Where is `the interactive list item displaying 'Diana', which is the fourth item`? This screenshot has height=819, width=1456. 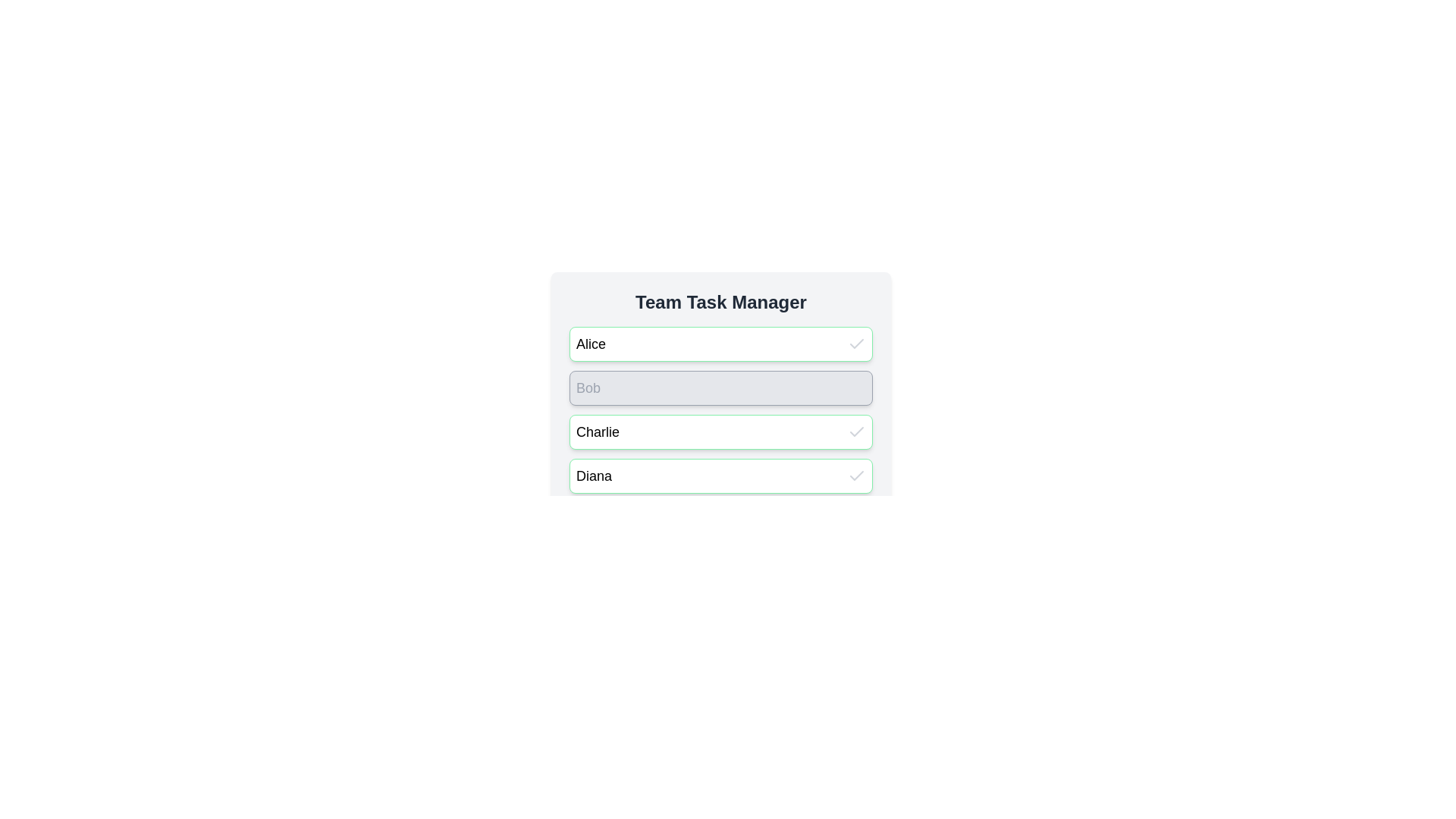
the interactive list item displaying 'Diana', which is the fourth item is located at coordinates (720, 475).